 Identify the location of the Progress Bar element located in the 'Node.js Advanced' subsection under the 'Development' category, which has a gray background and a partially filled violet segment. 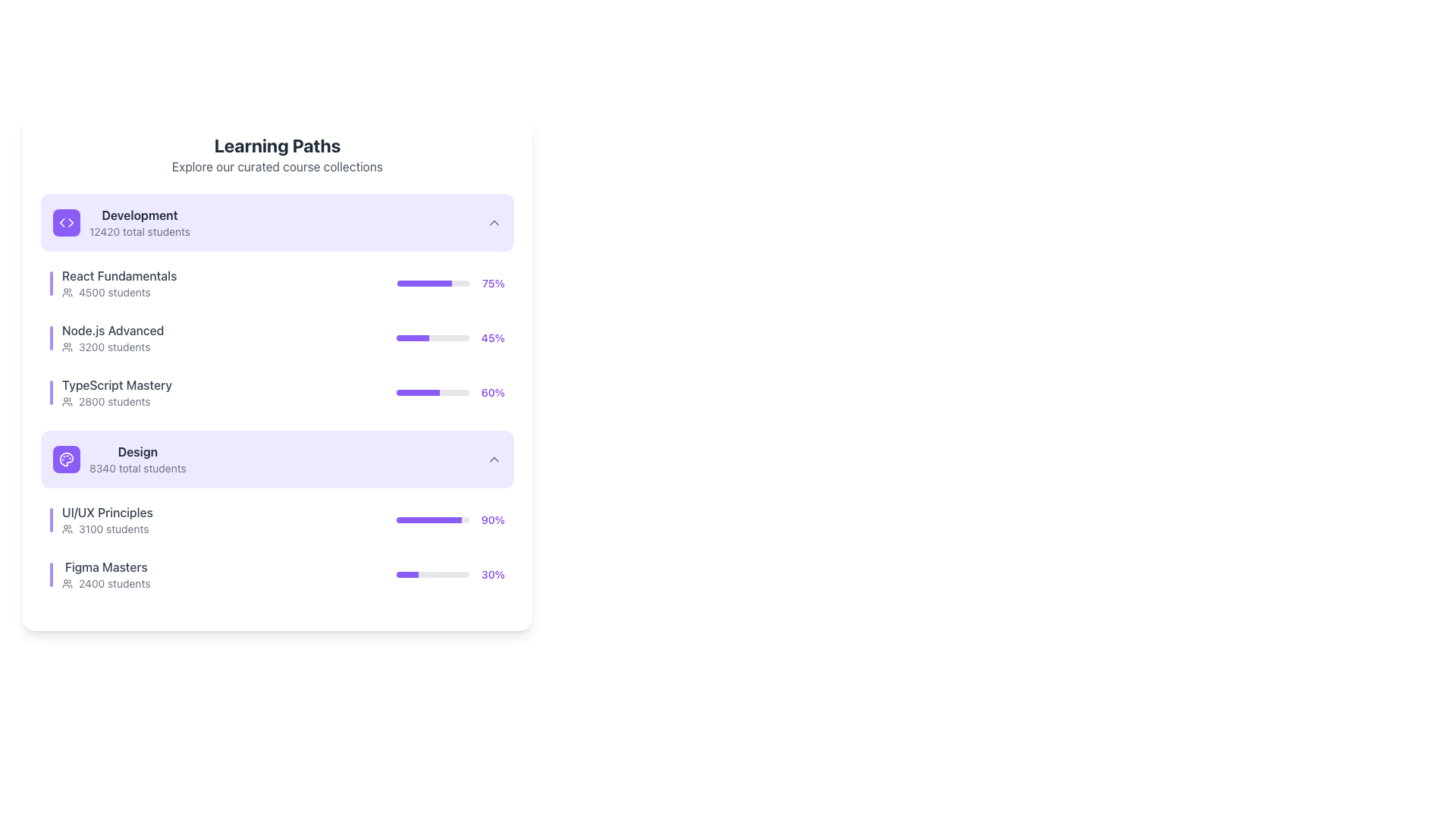
(431, 337).